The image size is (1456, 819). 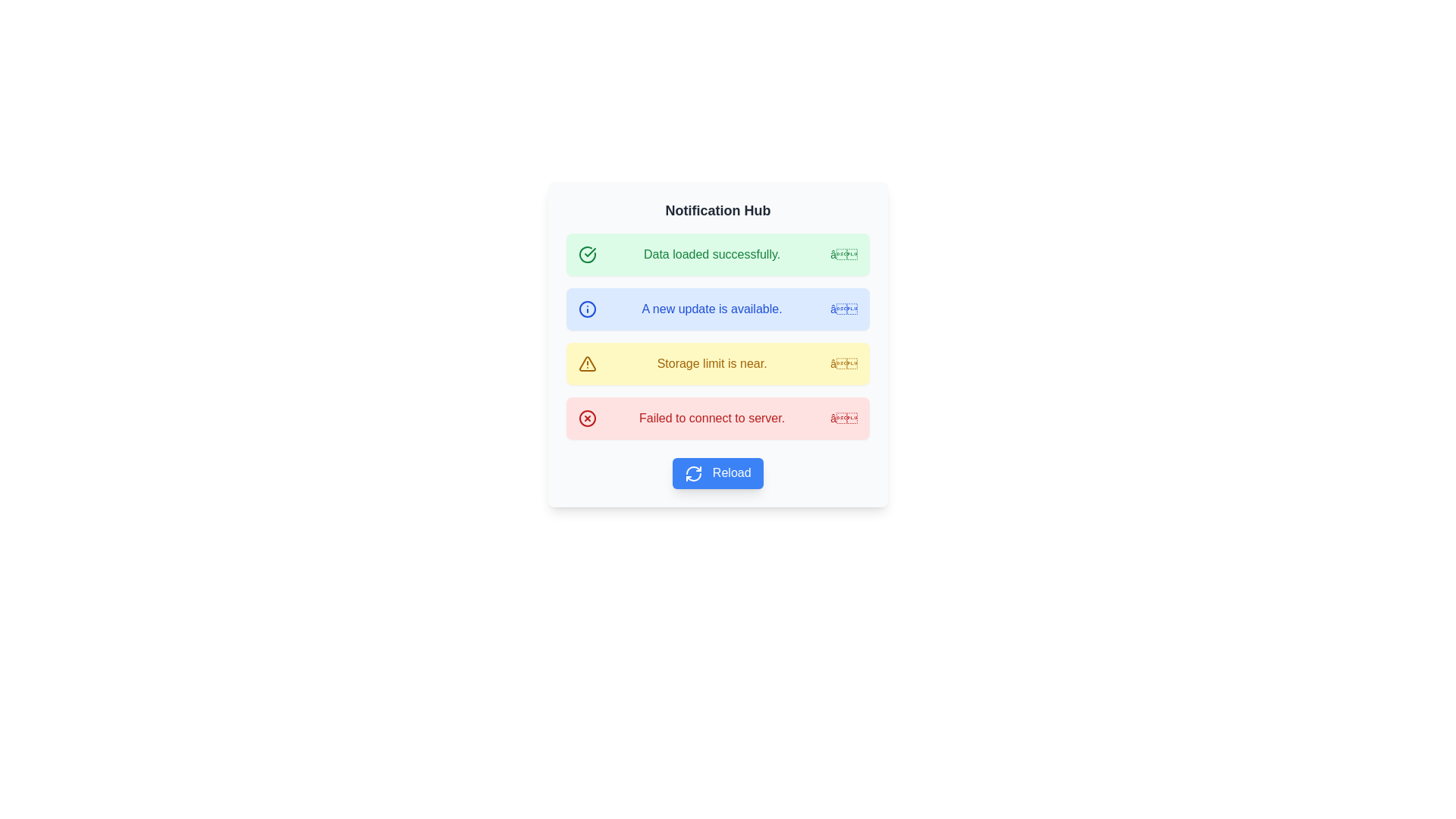 What do you see at coordinates (586, 363) in the screenshot?
I see `the triangular warning icon located to the left of the text 'Storage limit is near.' in the second notification entry` at bounding box center [586, 363].